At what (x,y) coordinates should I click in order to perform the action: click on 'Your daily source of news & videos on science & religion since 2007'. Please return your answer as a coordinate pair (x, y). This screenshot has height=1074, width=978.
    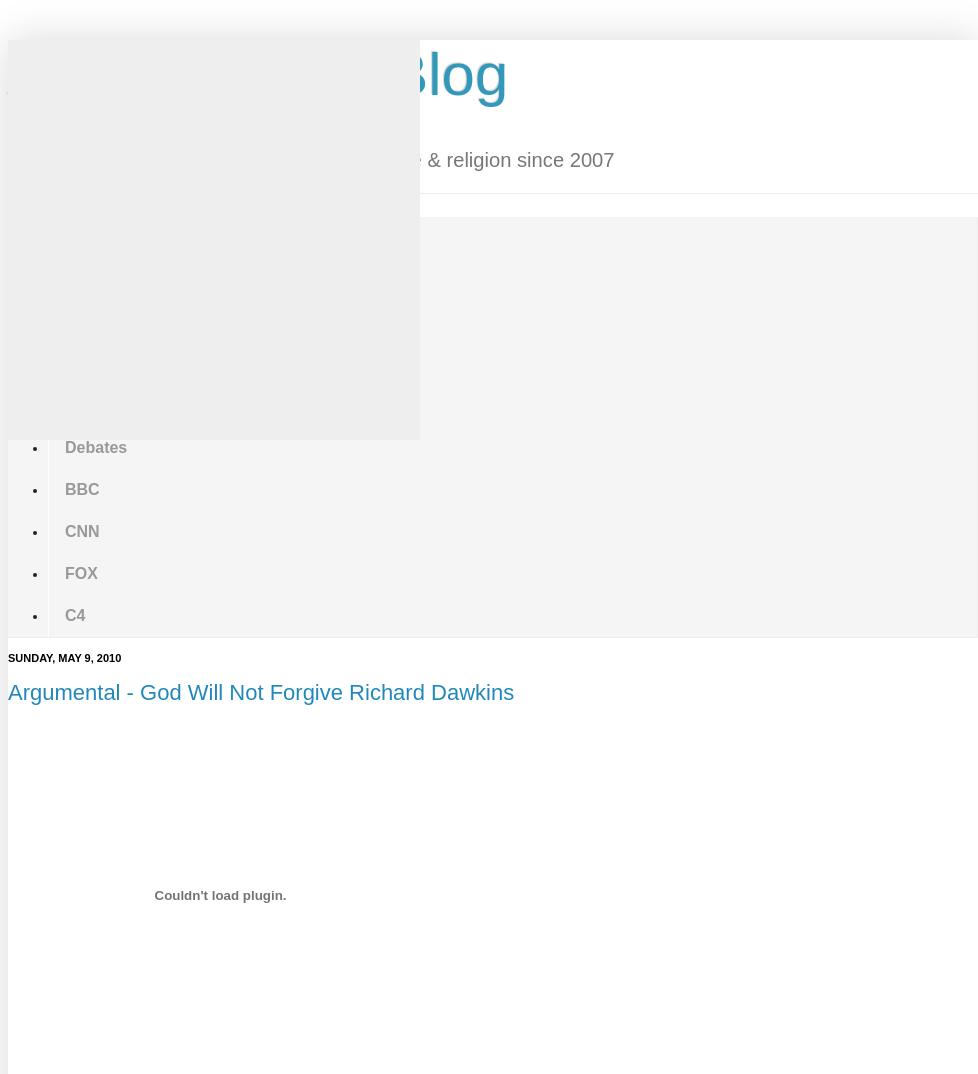
    Looking at the image, I should click on (310, 159).